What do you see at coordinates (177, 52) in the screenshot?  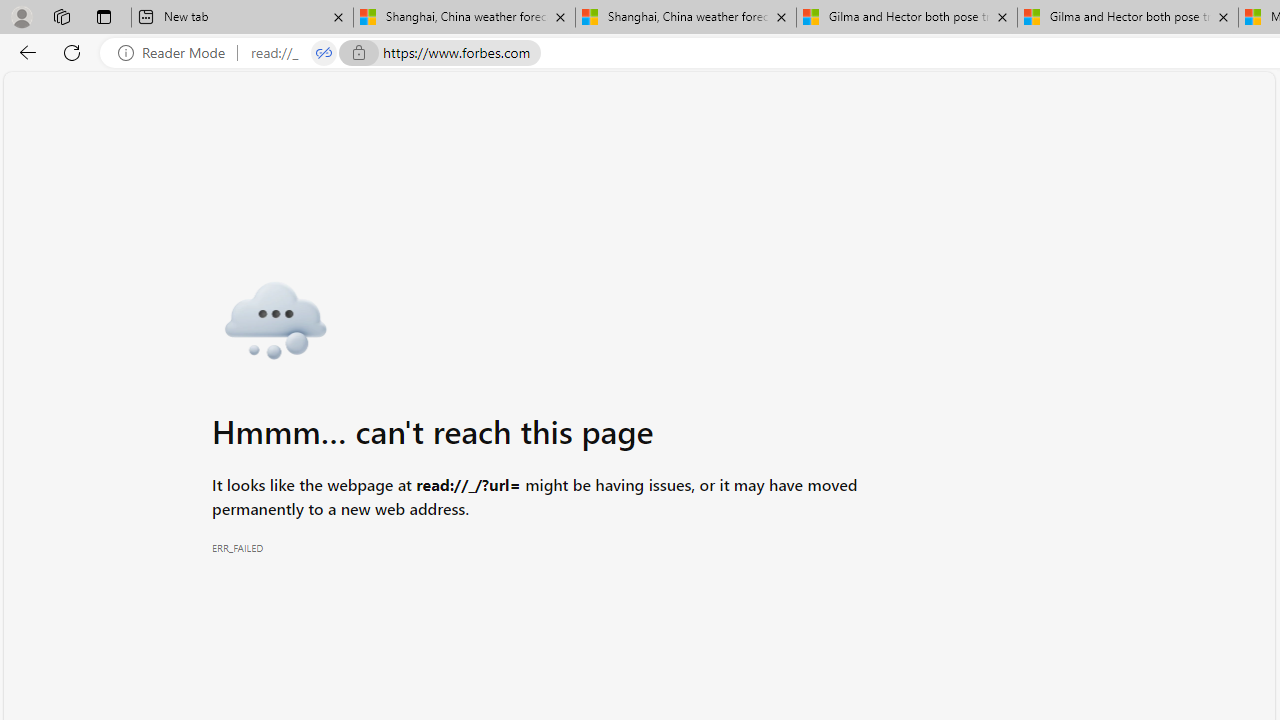 I see `'Reader Mode'` at bounding box center [177, 52].